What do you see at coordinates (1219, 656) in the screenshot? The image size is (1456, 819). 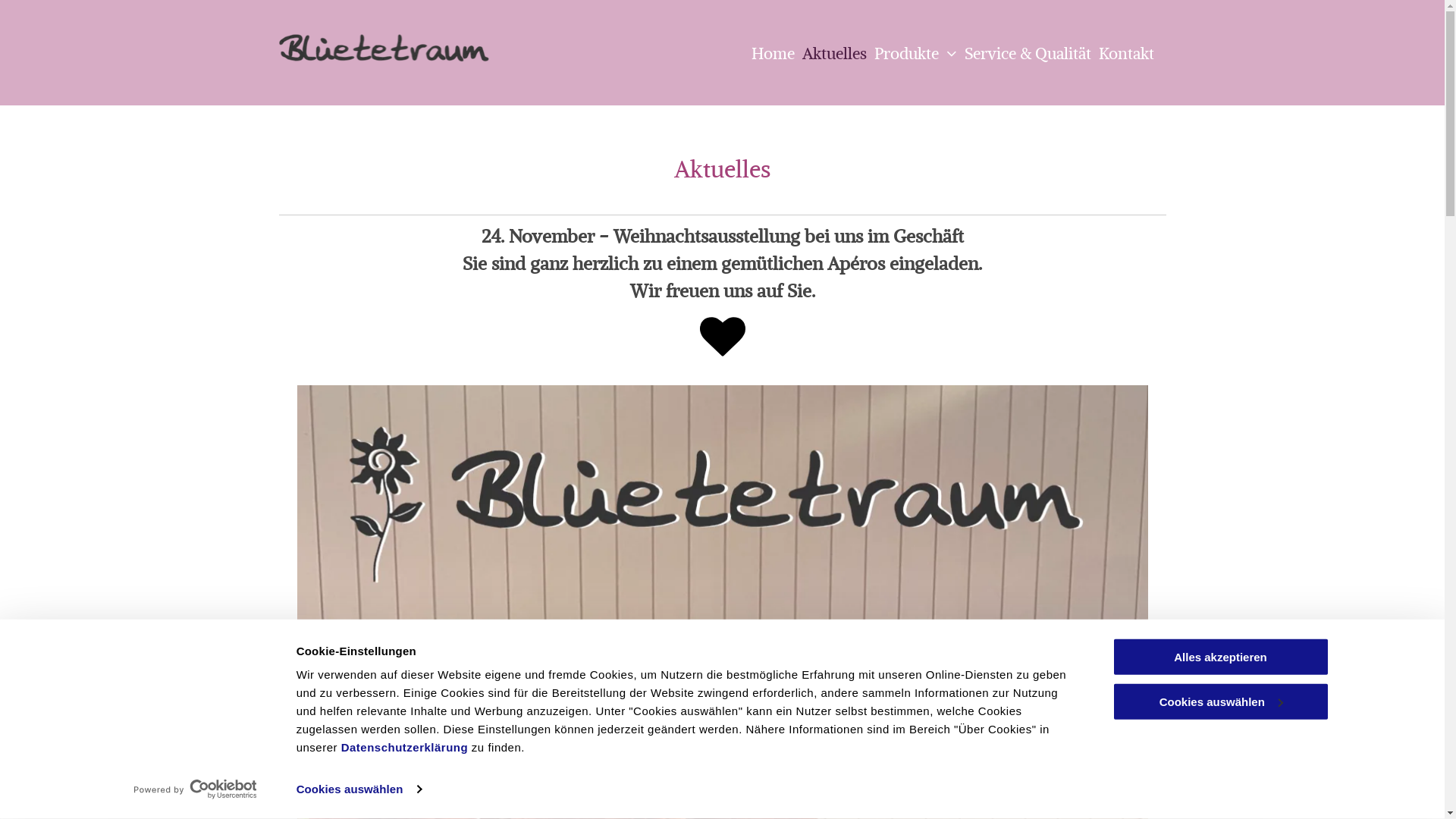 I see `'Alles akzeptieren'` at bounding box center [1219, 656].